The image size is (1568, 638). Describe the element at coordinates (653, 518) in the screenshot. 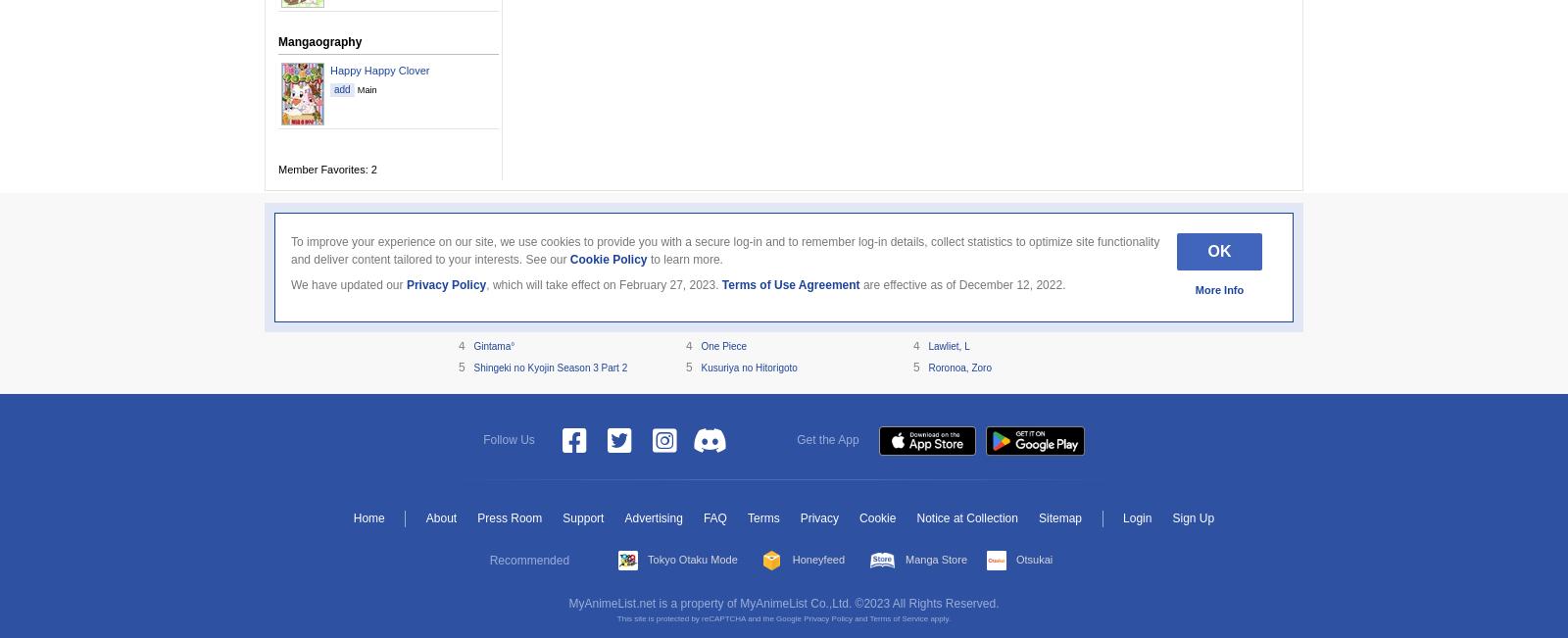

I see `'Advertising'` at that location.